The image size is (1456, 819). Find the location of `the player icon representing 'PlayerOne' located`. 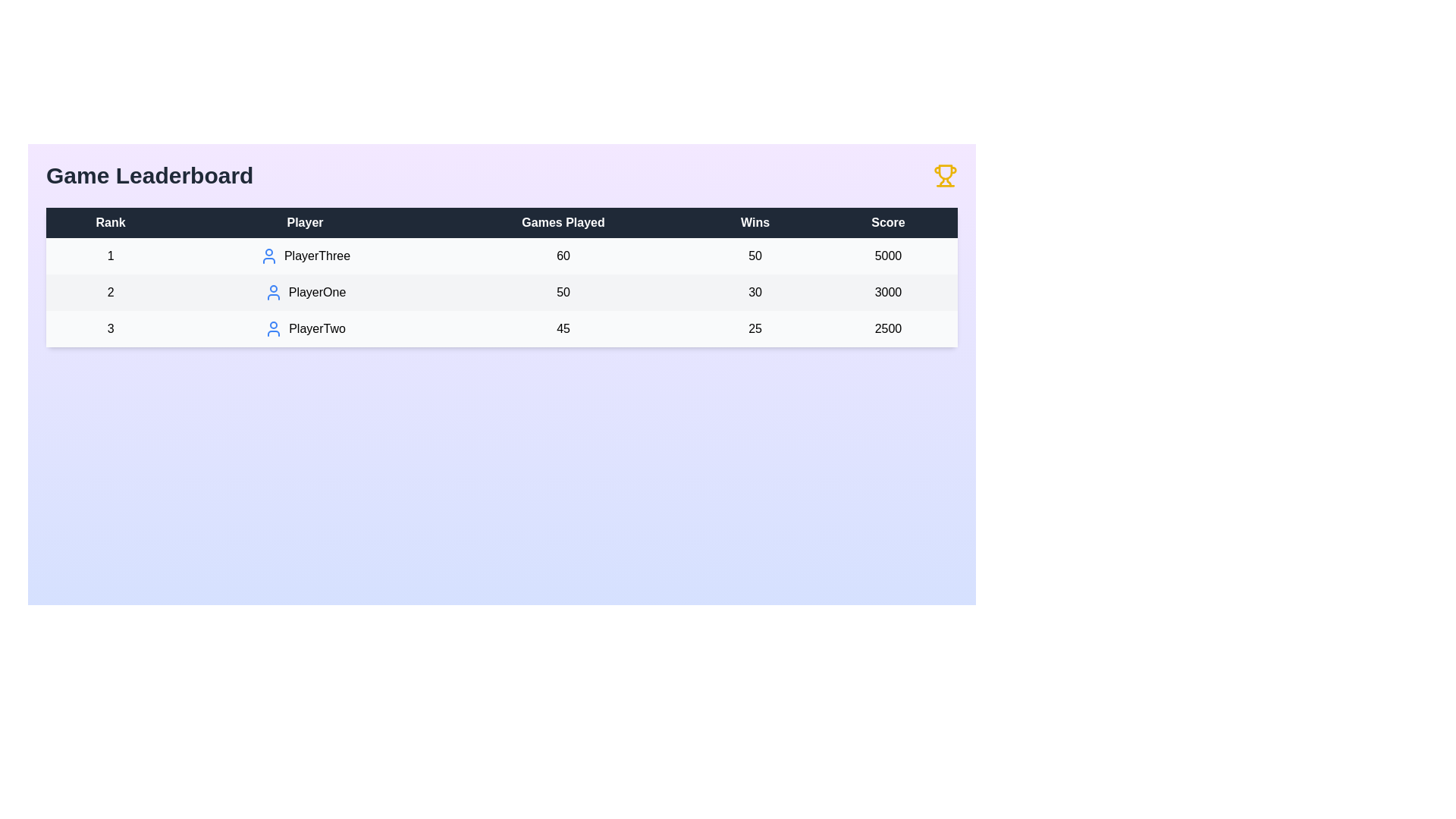

the player icon representing 'PlayerOne' located is located at coordinates (273, 292).